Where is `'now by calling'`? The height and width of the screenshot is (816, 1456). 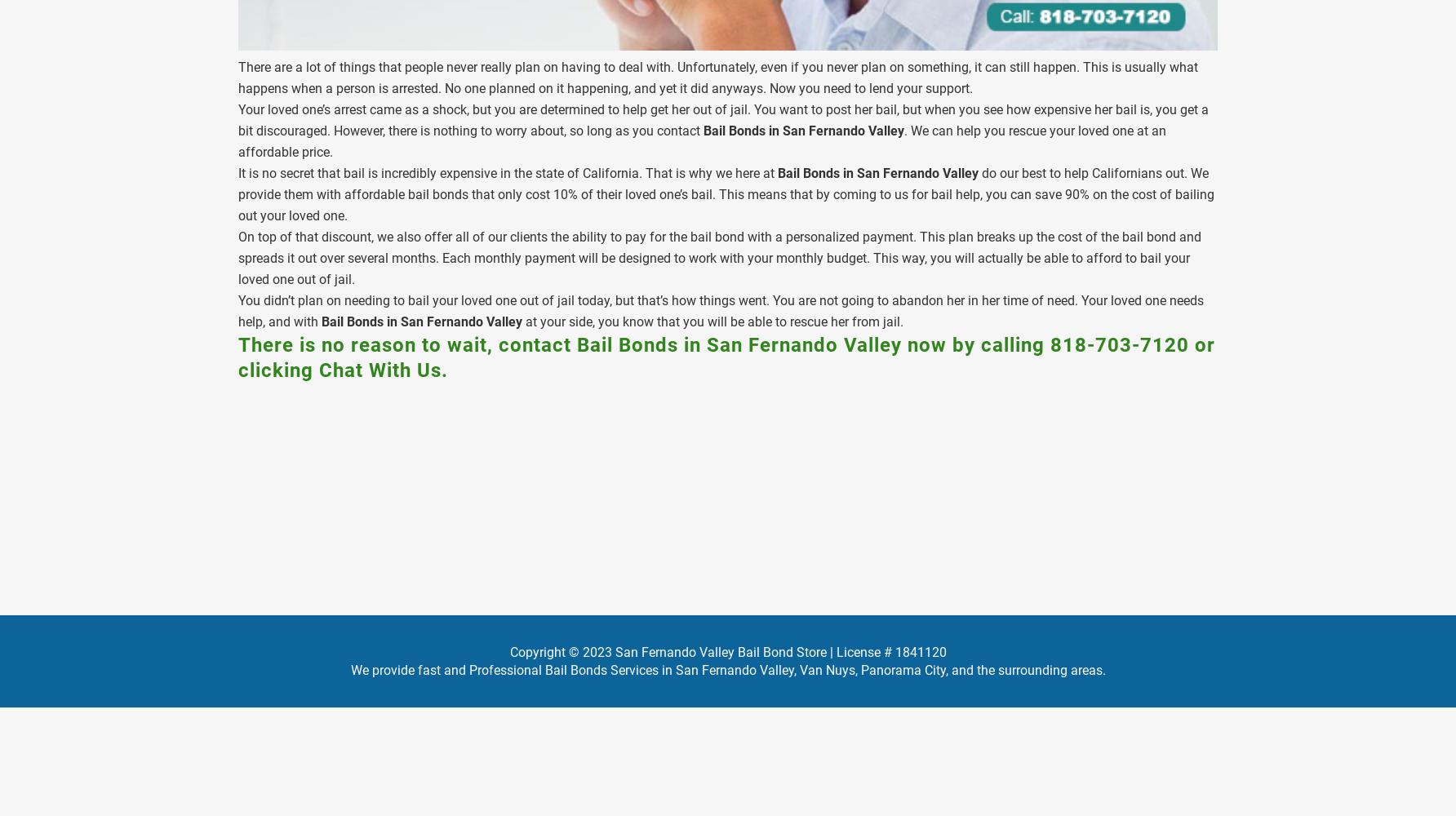 'now by calling' is located at coordinates (901, 344).